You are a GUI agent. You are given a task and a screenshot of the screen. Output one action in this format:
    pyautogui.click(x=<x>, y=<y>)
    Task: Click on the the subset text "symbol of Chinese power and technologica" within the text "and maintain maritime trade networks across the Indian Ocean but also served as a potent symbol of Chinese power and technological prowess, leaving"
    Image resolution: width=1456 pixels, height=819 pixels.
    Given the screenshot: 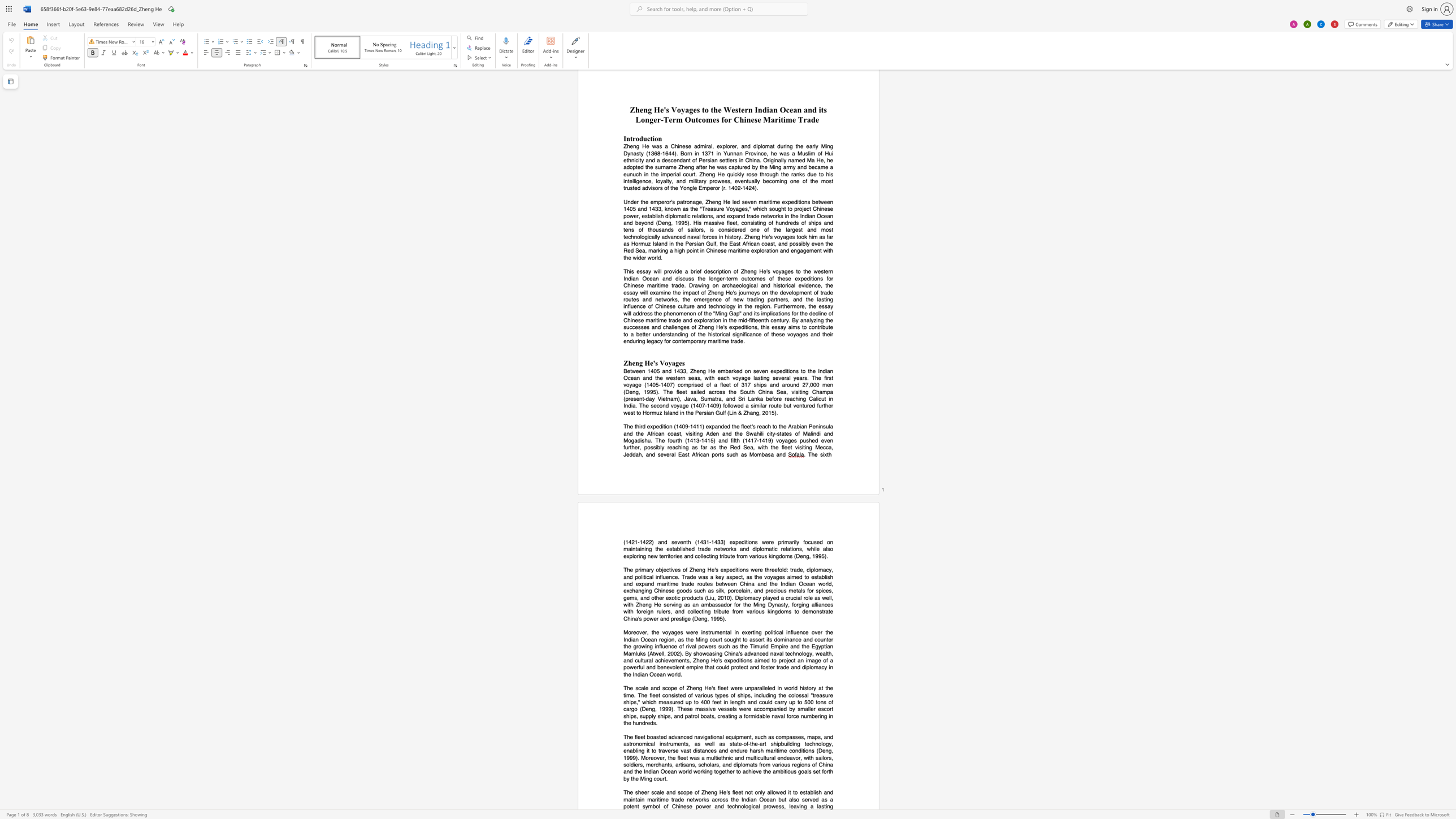 What is the action you would take?
    pyautogui.click(x=642, y=806)
    